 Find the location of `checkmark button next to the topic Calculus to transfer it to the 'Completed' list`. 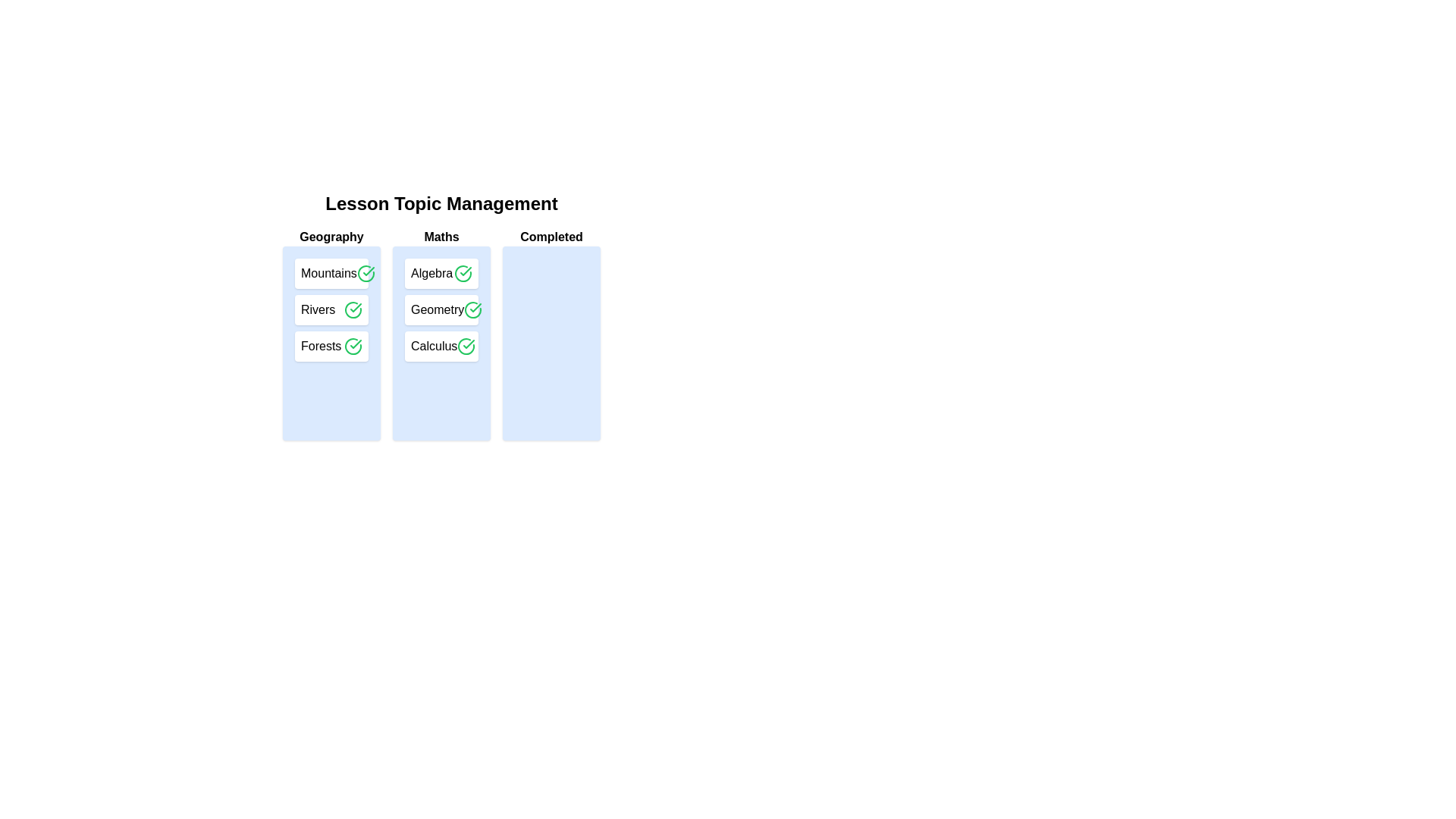

checkmark button next to the topic Calculus to transfer it to the 'Completed' list is located at coordinates (466, 346).